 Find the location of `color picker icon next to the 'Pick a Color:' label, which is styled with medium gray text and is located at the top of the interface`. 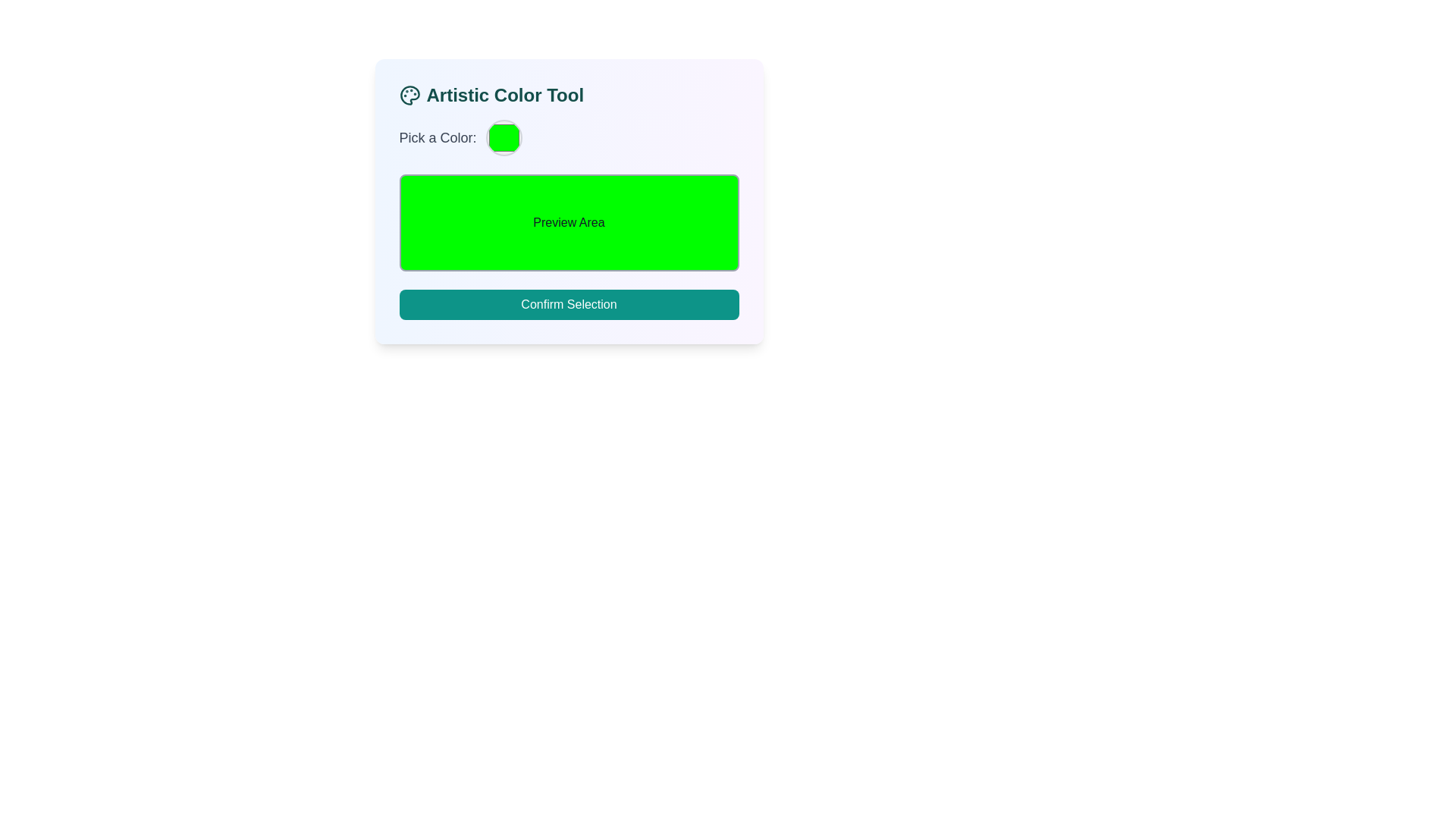

color picker icon next to the 'Pick a Color:' label, which is styled with medium gray text and is located at the top of the interface is located at coordinates (568, 137).